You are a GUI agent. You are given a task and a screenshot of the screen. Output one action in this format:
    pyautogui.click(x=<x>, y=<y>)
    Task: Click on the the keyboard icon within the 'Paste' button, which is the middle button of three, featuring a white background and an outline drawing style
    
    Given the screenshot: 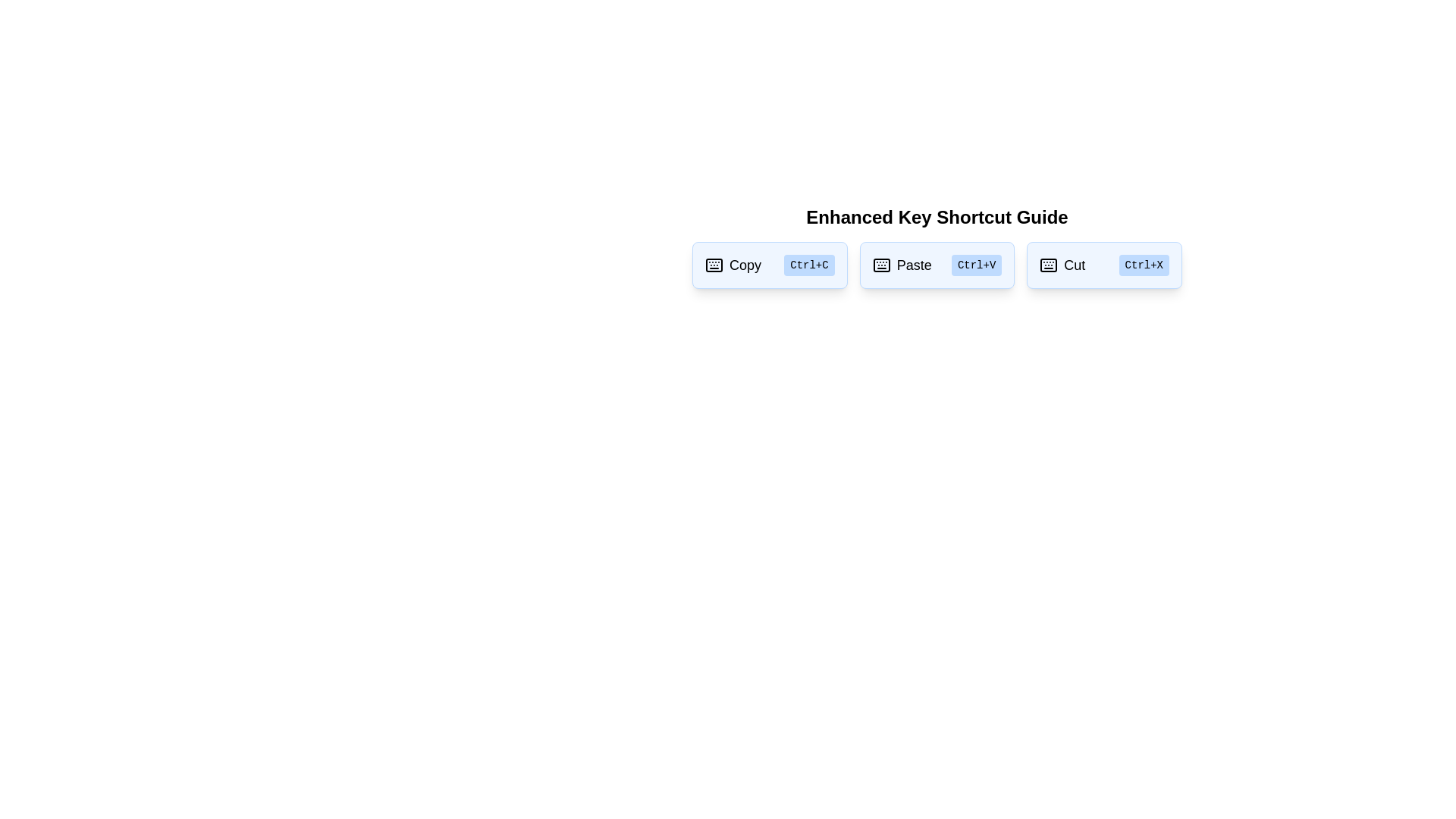 What is the action you would take?
    pyautogui.click(x=881, y=265)
    